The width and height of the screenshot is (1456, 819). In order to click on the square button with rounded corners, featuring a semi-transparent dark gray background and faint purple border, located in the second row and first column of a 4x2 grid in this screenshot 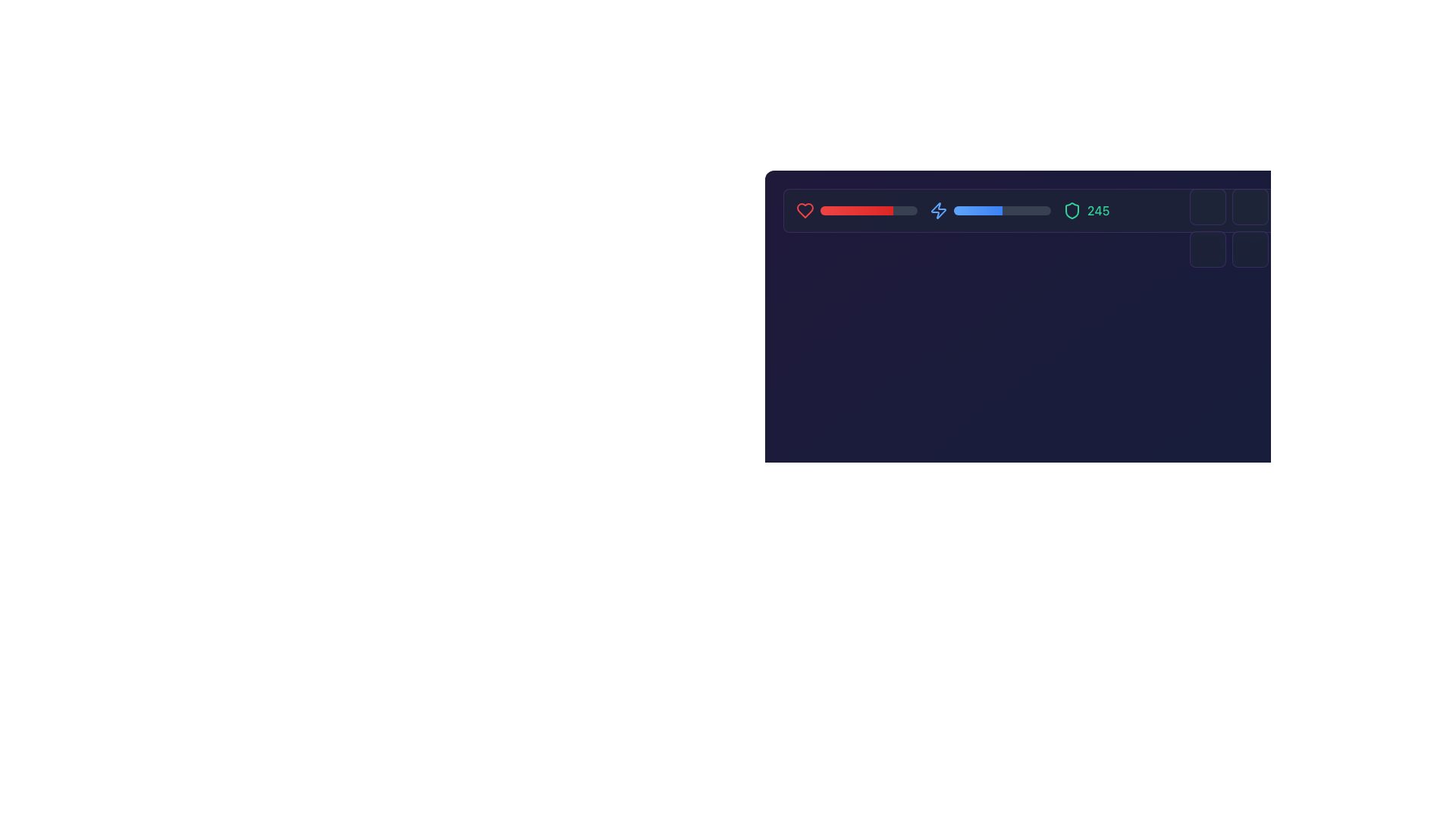, I will do `click(1207, 248)`.